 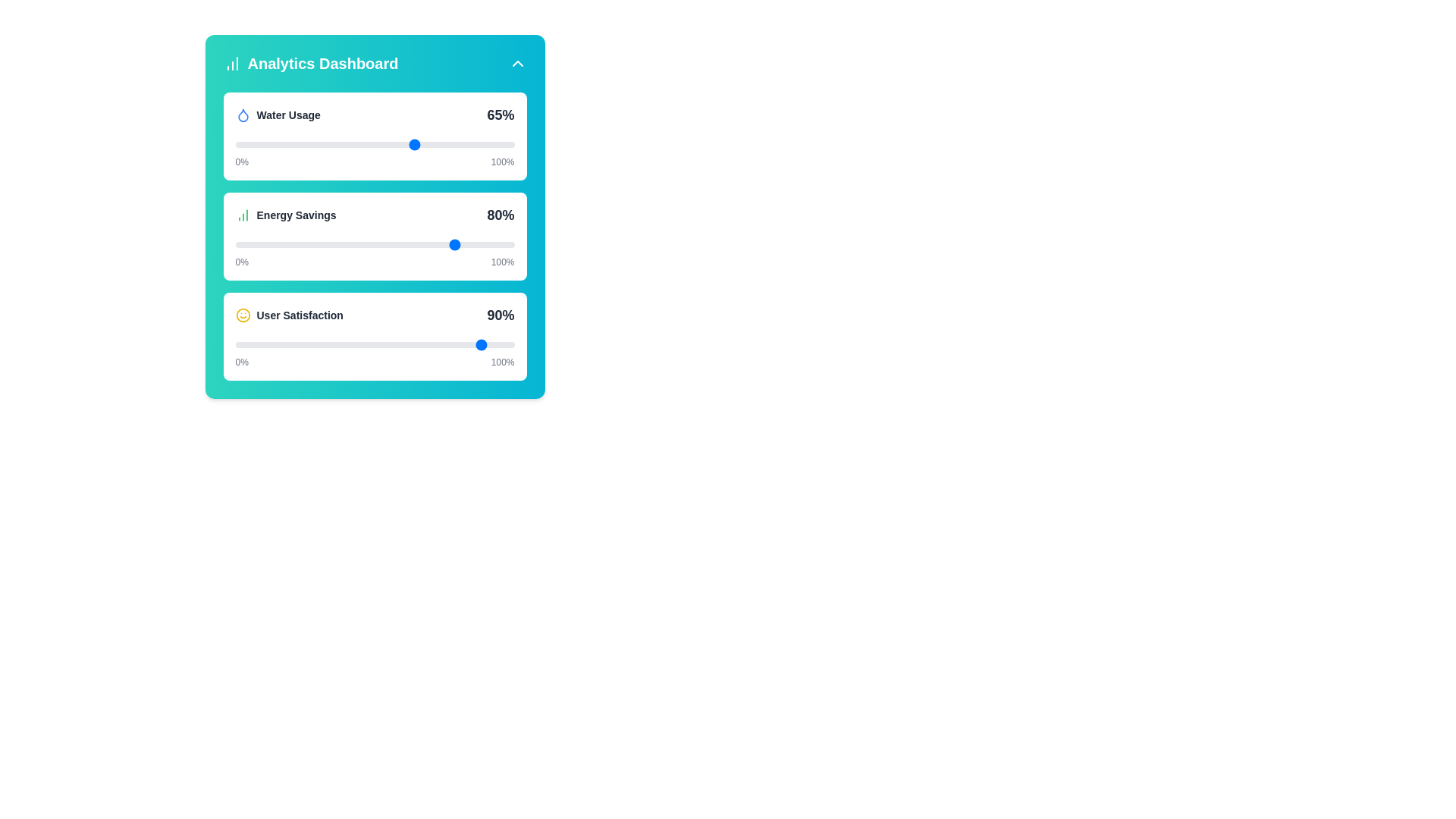 What do you see at coordinates (241, 162) in the screenshot?
I see `the label that indicates the minimum value of the progress bar, located at the left edge of the section beneath the 'Water Usage' metric` at bounding box center [241, 162].